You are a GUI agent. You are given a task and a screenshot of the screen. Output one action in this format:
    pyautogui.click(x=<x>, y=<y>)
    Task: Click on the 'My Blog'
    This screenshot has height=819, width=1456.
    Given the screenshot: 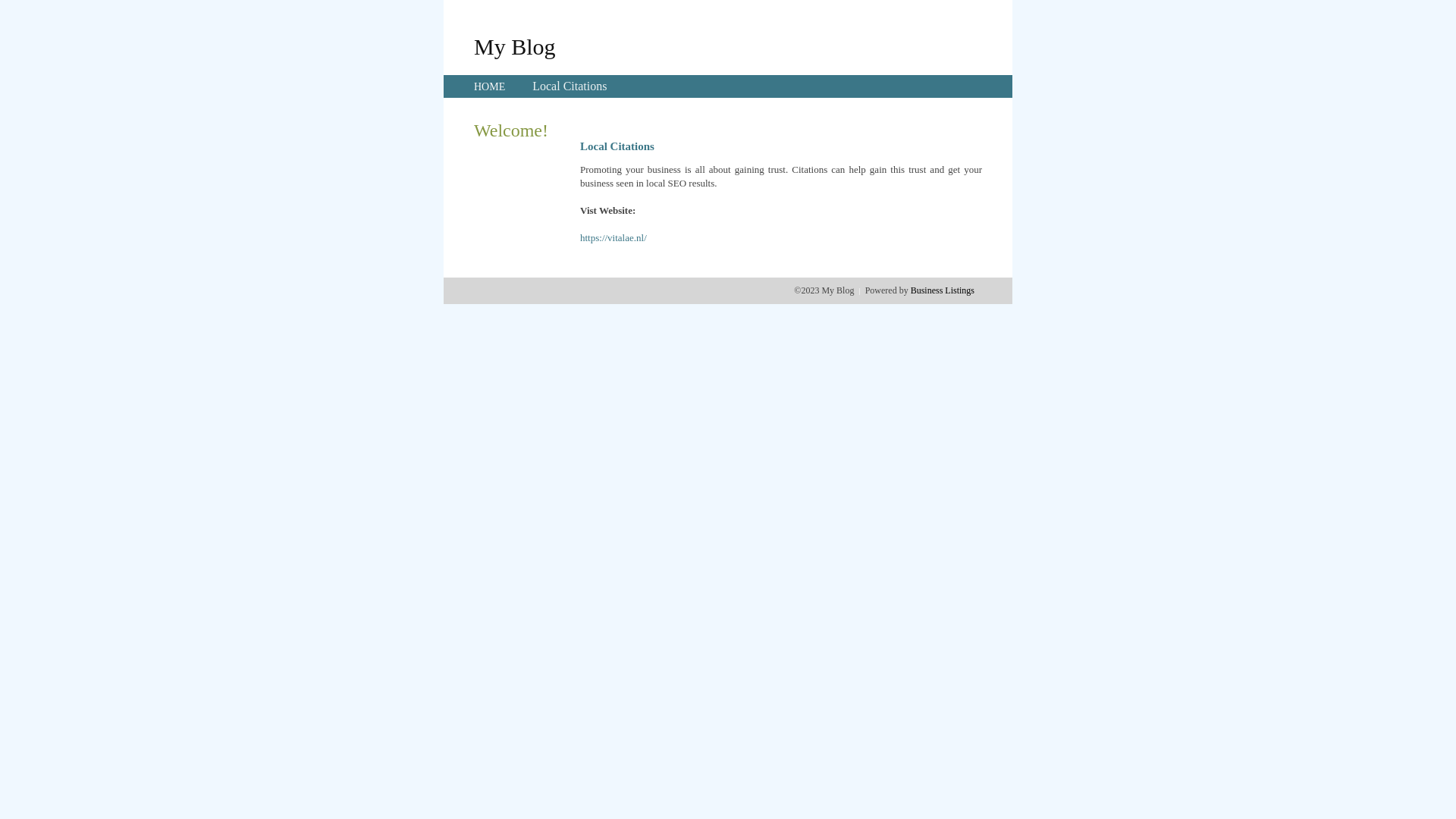 What is the action you would take?
    pyautogui.click(x=472, y=45)
    